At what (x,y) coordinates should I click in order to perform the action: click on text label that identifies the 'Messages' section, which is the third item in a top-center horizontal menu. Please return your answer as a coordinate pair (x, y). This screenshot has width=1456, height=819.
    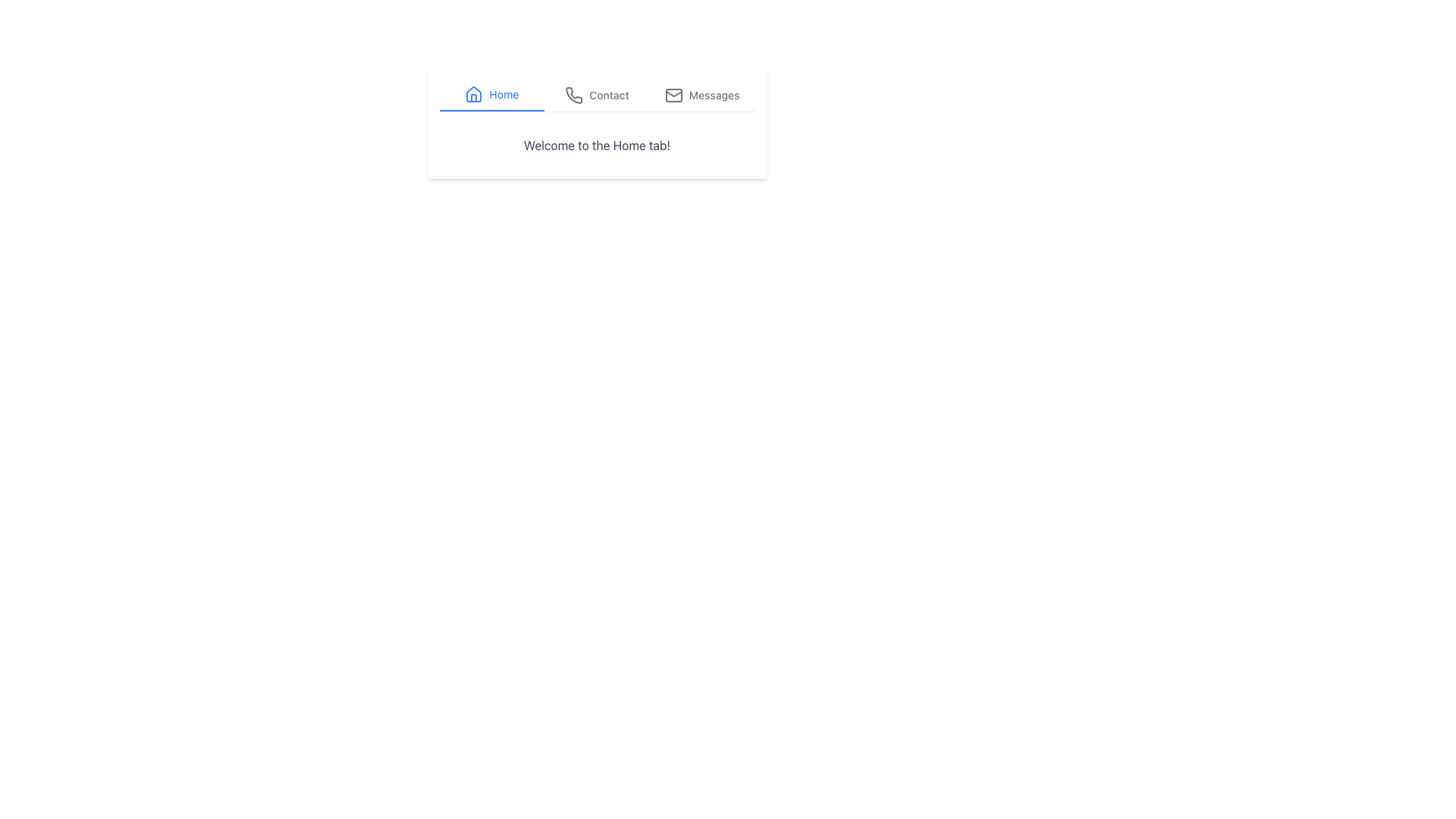
    Looking at the image, I should click on (714, 96).